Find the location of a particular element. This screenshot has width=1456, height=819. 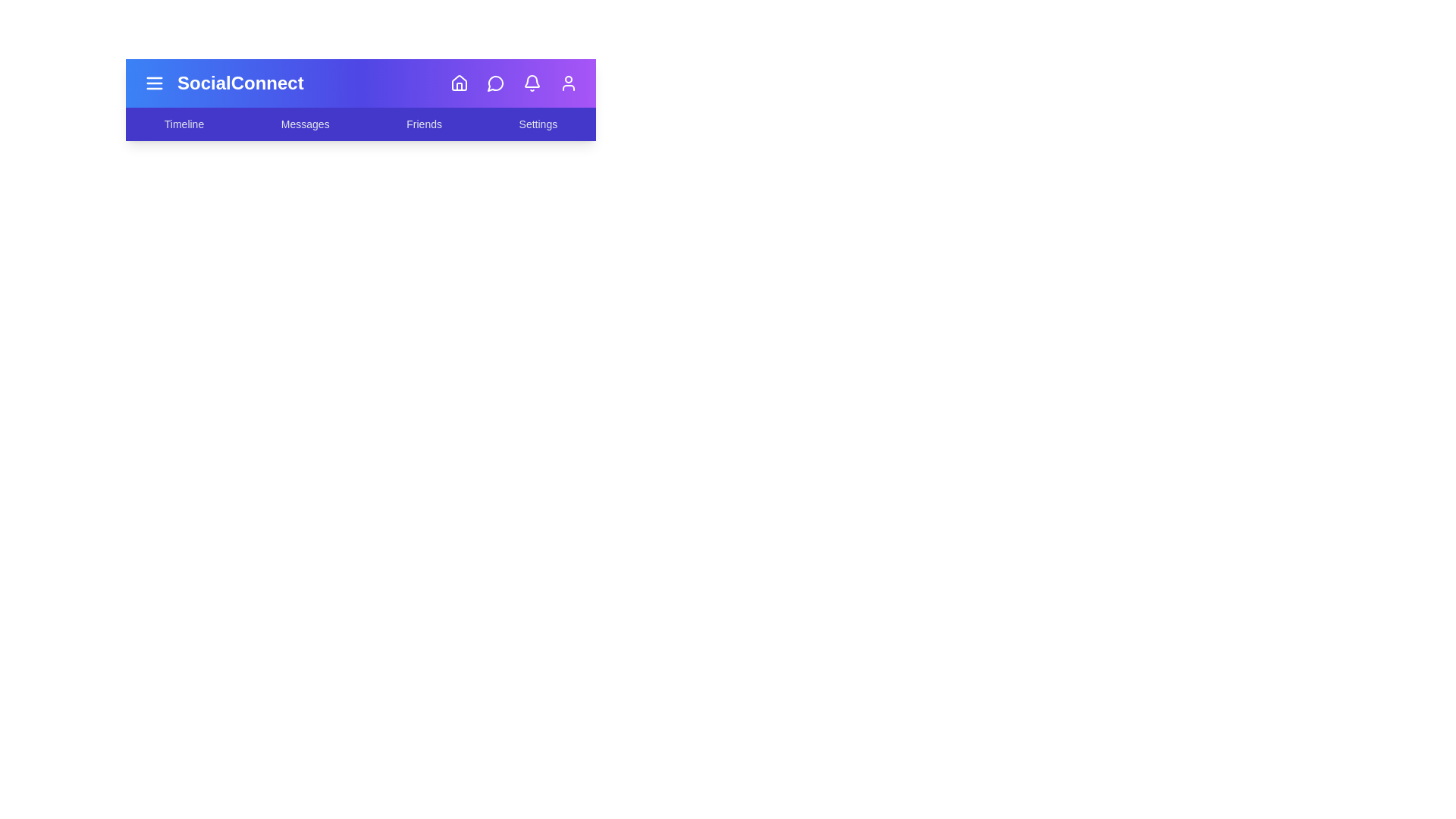

the User Profile icon in the navigation bar to navigate to its respective section is located at coordinates (567, 83).